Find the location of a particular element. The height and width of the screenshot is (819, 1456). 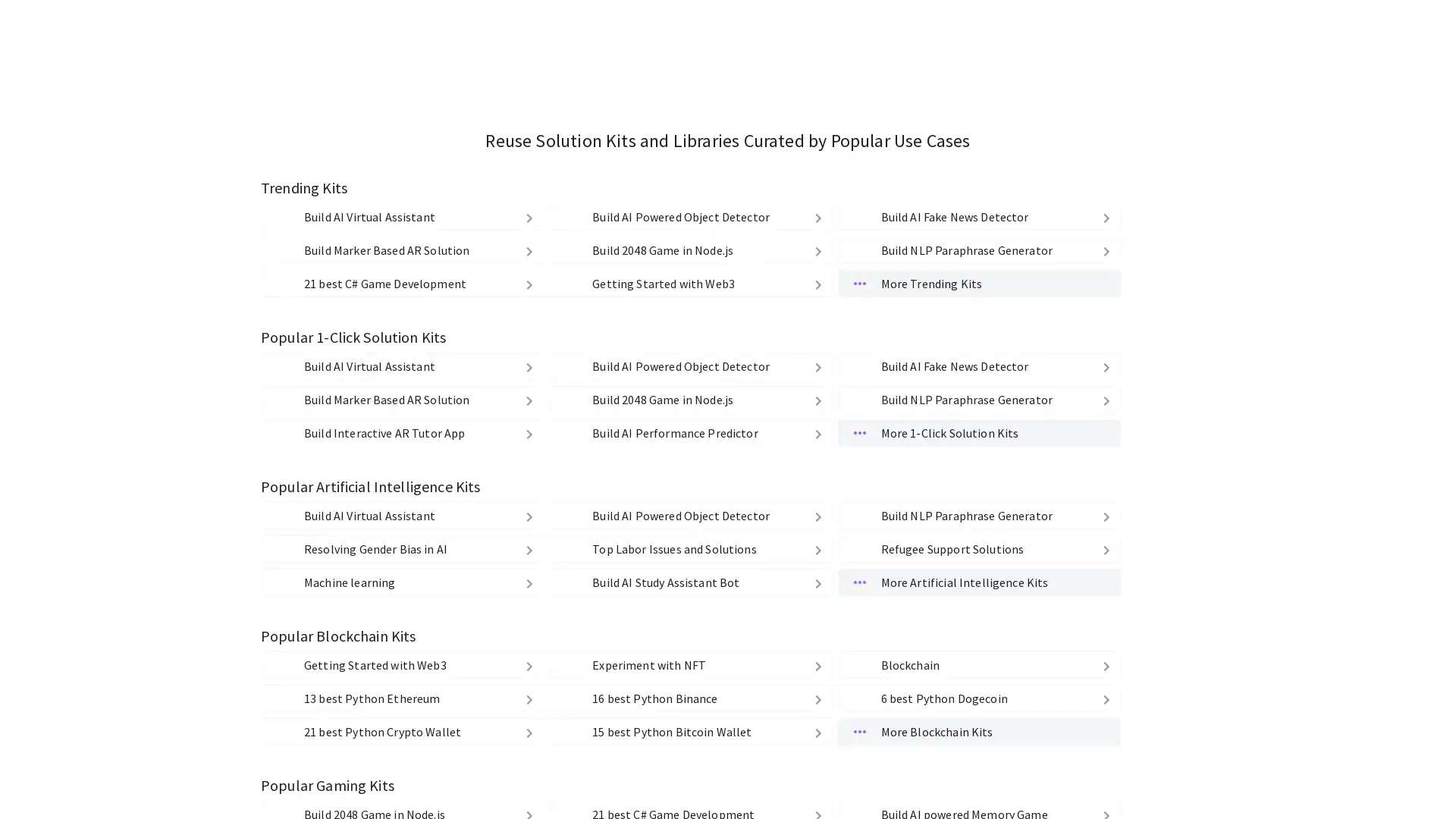

Libraries Libraries is located at coordinates (767, 447).